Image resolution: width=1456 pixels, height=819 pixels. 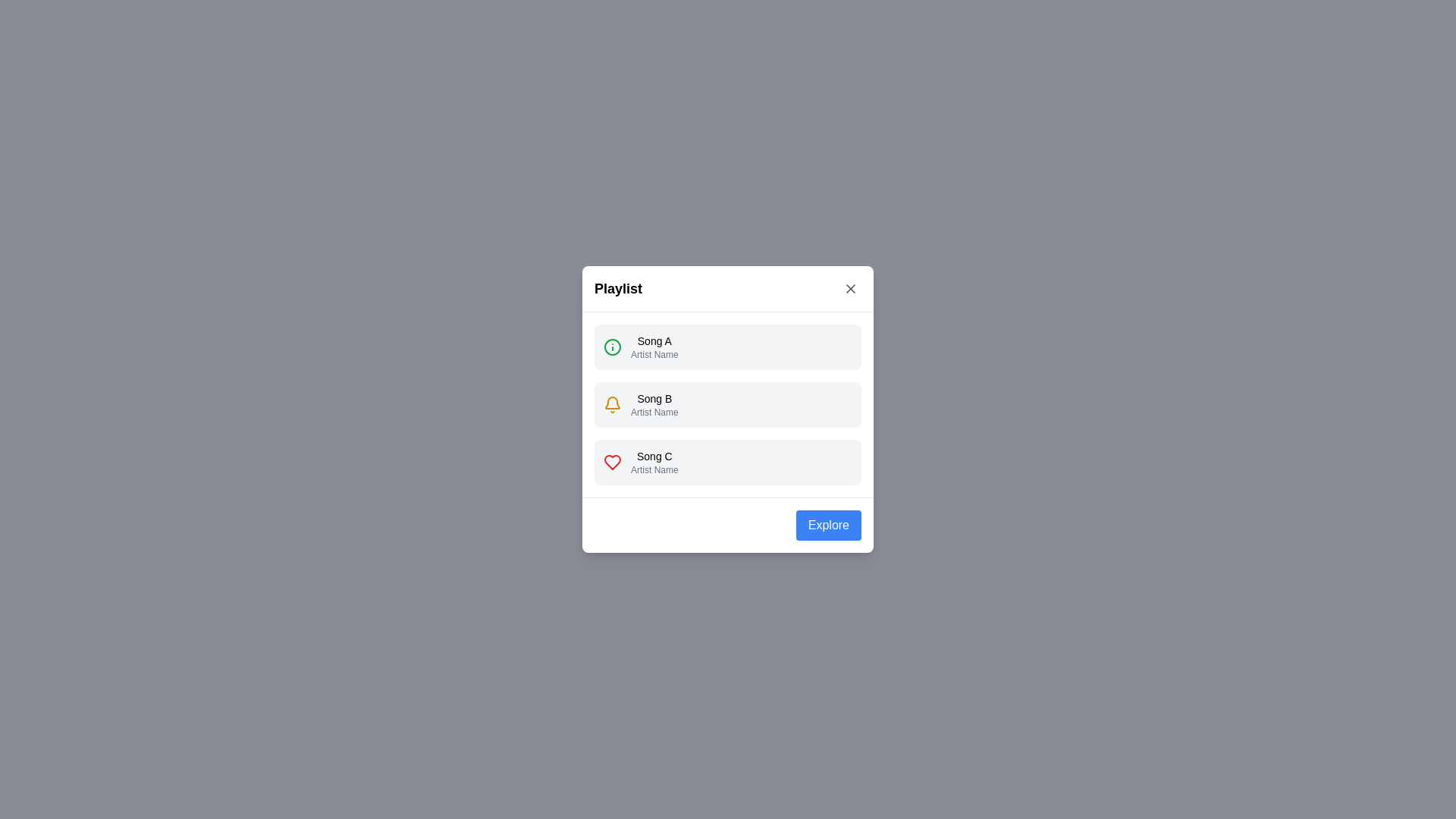 I want to click on the small 'X' icon button located at the top-right corner of the 'Playlist' card, so click(x=851, y=289).